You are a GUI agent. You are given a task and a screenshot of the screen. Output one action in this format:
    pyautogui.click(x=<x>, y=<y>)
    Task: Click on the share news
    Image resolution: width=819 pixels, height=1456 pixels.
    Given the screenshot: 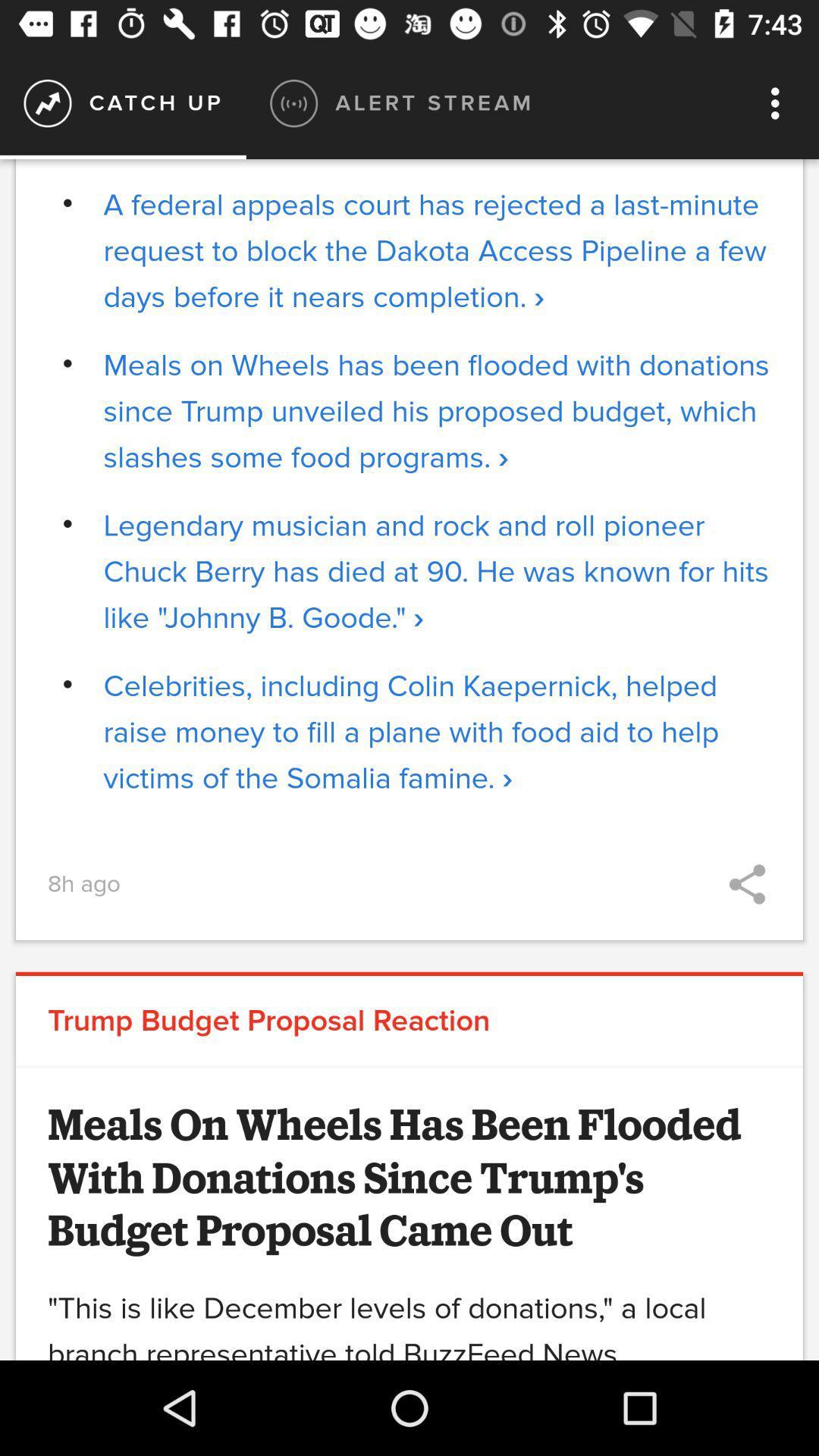 What is the action you would take?
    pyautogui.click(x=746, y=884)
    